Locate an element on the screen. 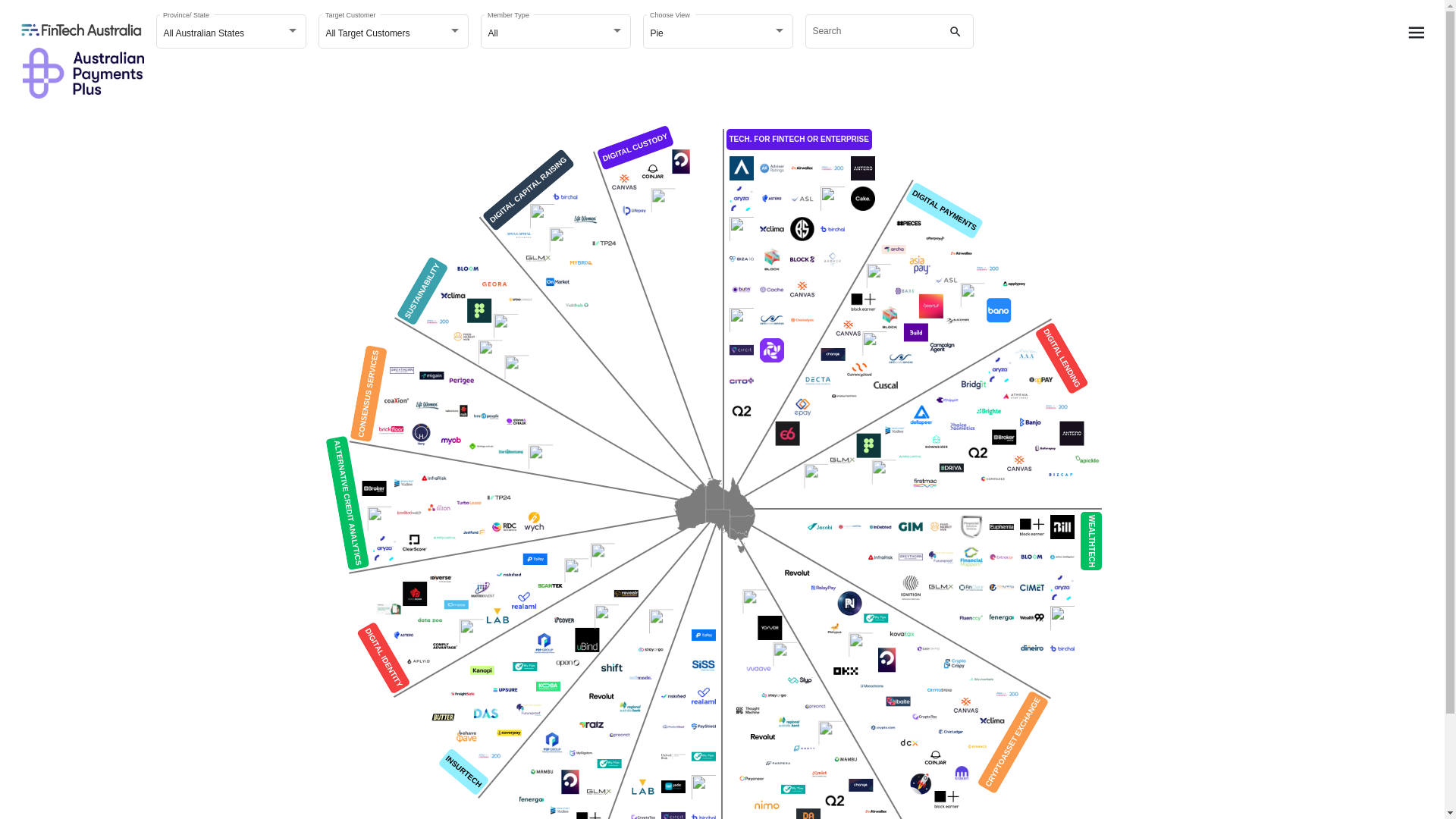 The height and width of the screenshot is (819, 1456). 'Wych Australia Pty Ltd' is located at coordinates (534, 520).